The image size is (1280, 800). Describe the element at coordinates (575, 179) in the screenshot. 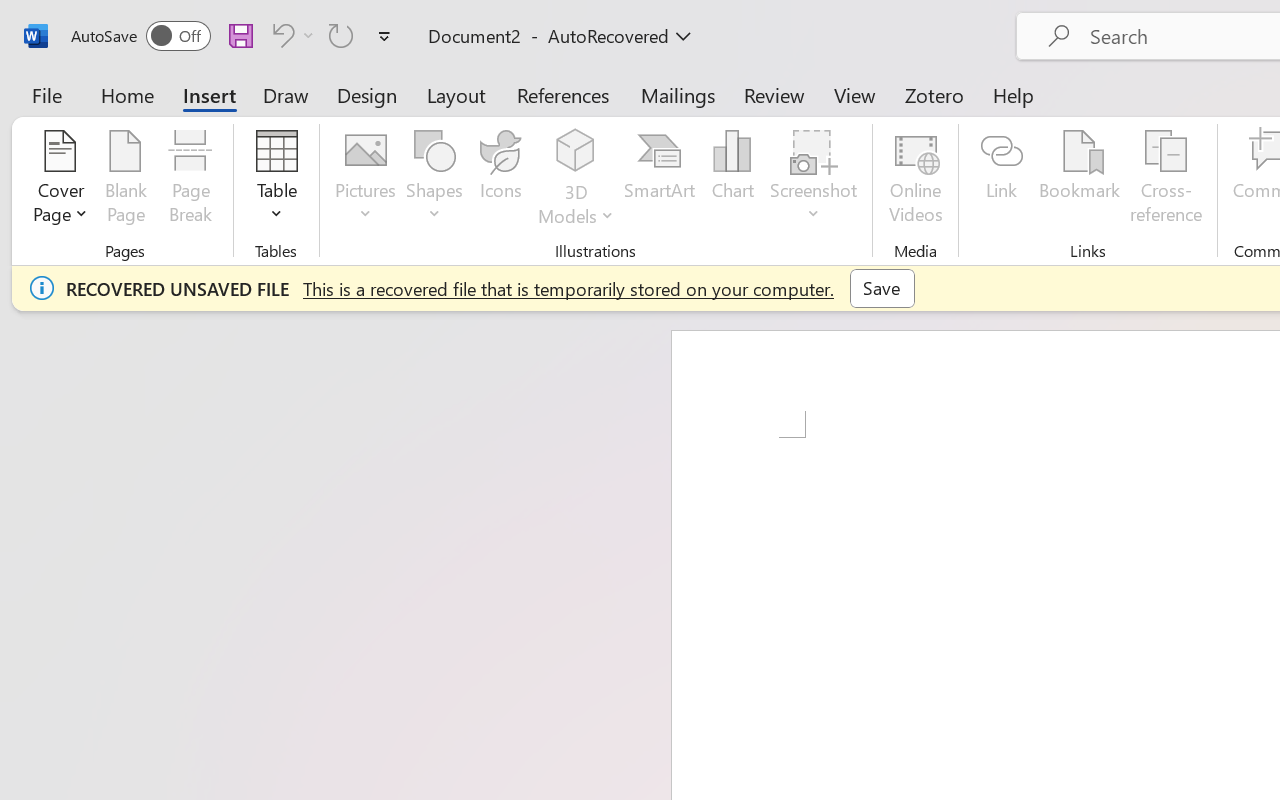

I see `'3D Models'` at that location.